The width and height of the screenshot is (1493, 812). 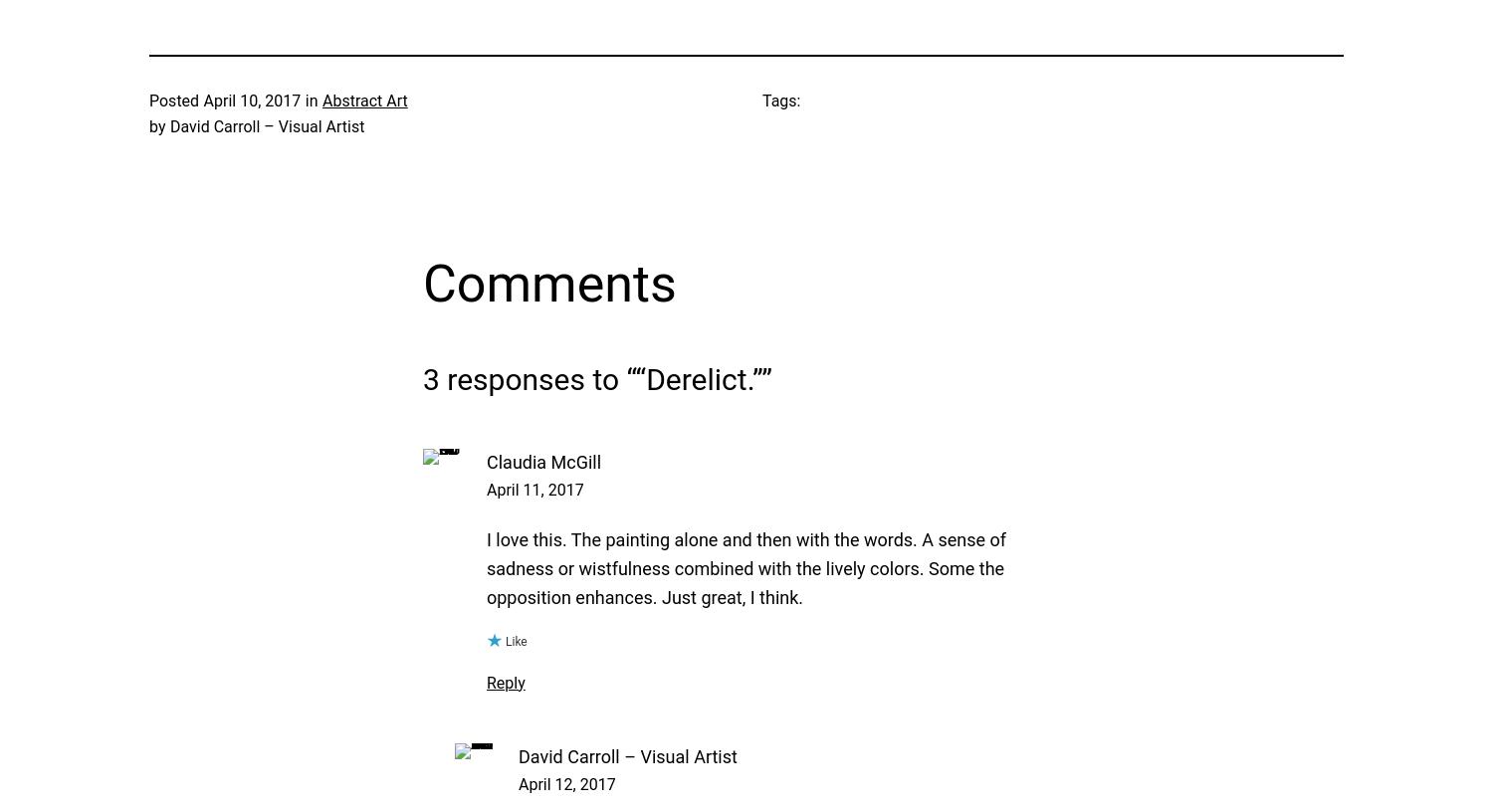 What do you see at coordinates (305, 99) in the screenshot?
I see `'in'` at bounding box center [305, 99].